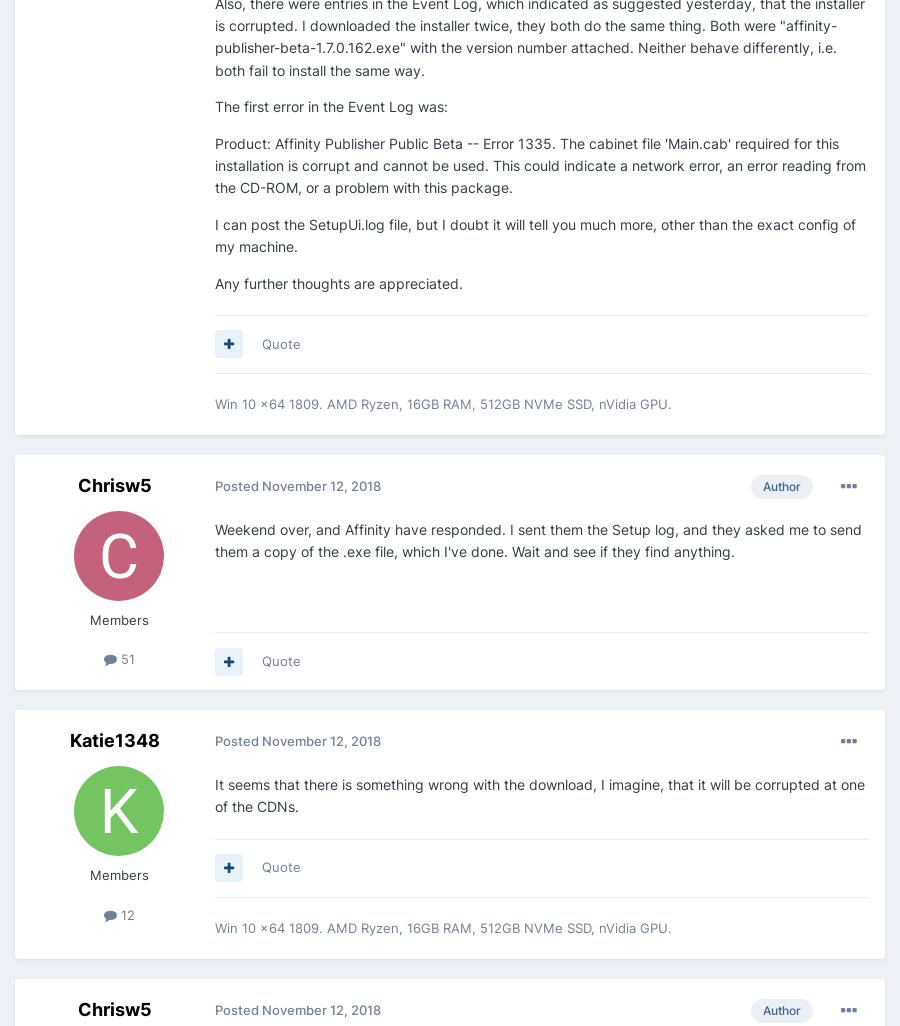 This screenshot has width=900, height=1026. Describe the element at coordinates (125, 912) in the screenshot. I see `'12'` at that location.